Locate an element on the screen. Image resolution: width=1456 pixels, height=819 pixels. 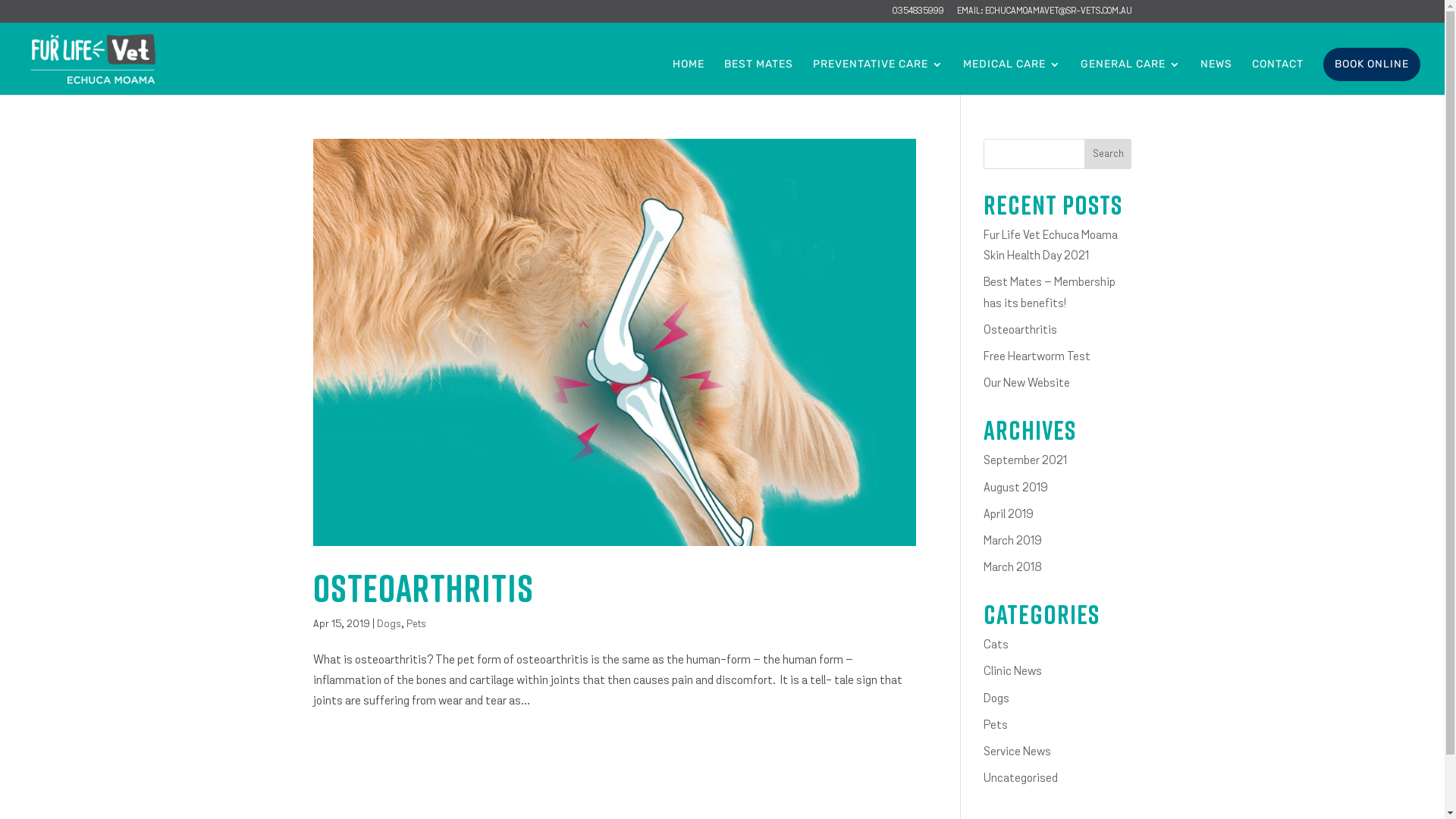
'PREVENTATIVE CARE' is located at coordinates (877, 77).